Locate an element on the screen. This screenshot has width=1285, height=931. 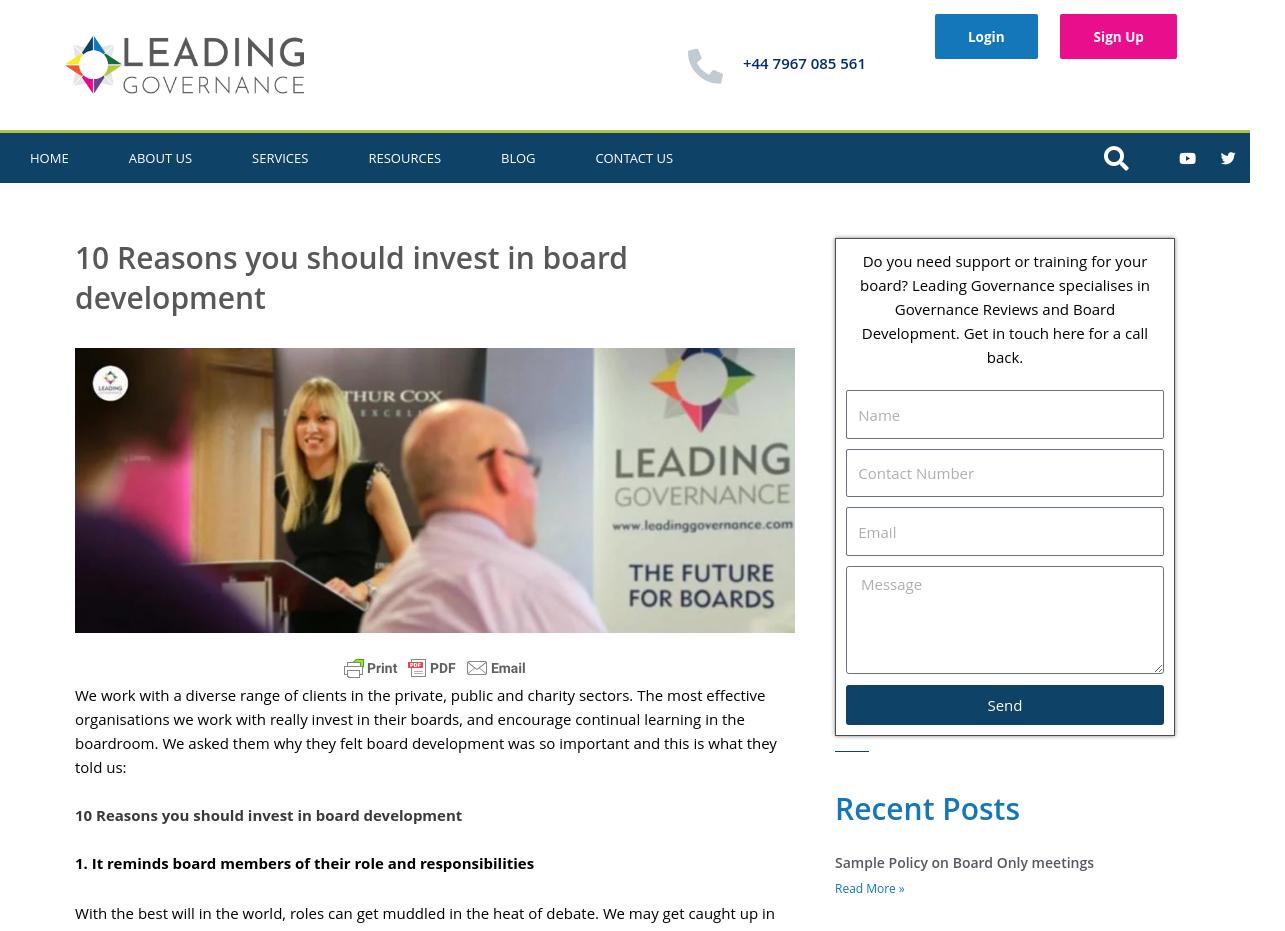
'Blog' is located at coordinates (517, 156).